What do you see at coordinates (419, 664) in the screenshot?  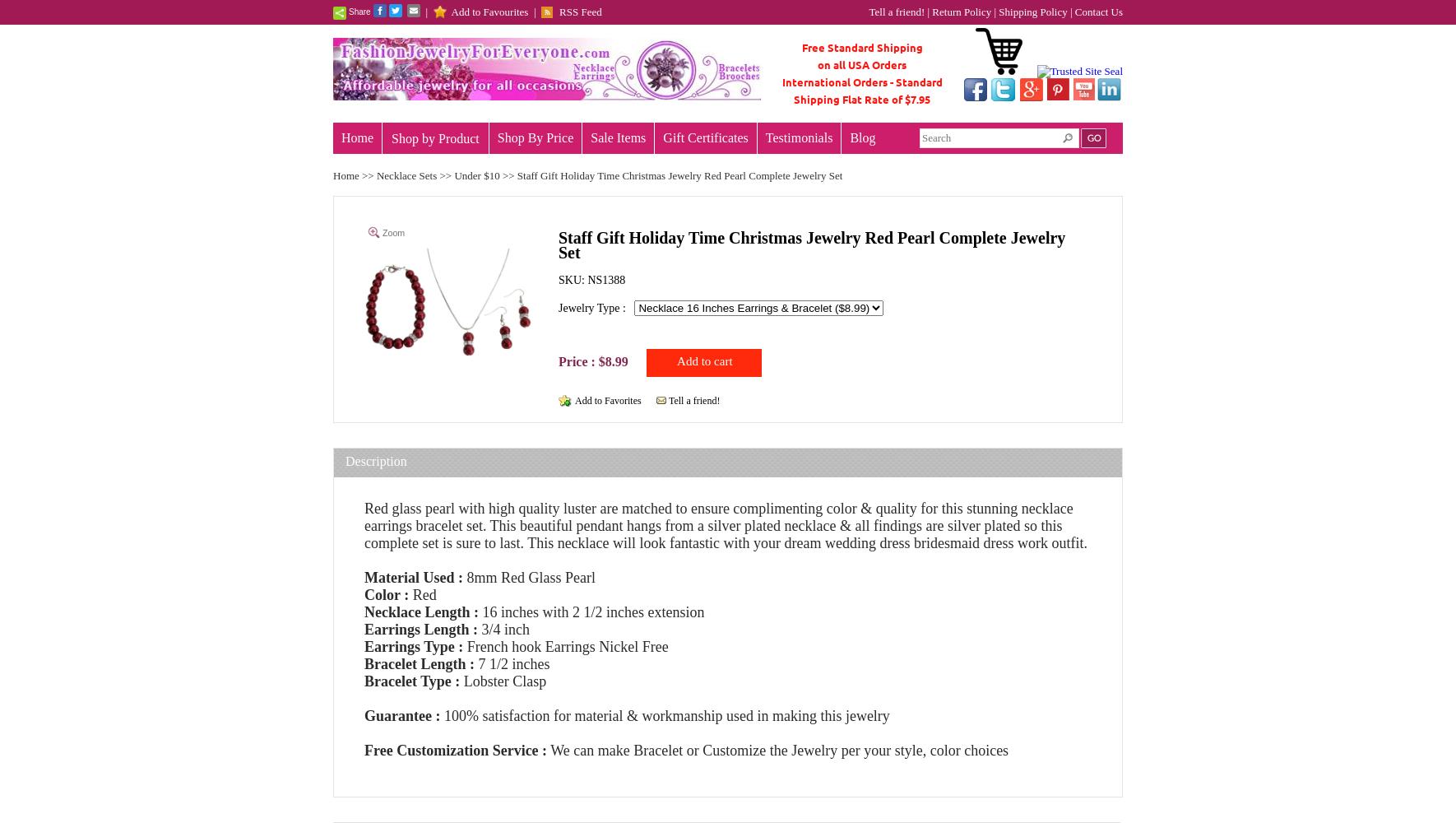 I see `'Bracelet Length :'` at bounding box center [419, 664].